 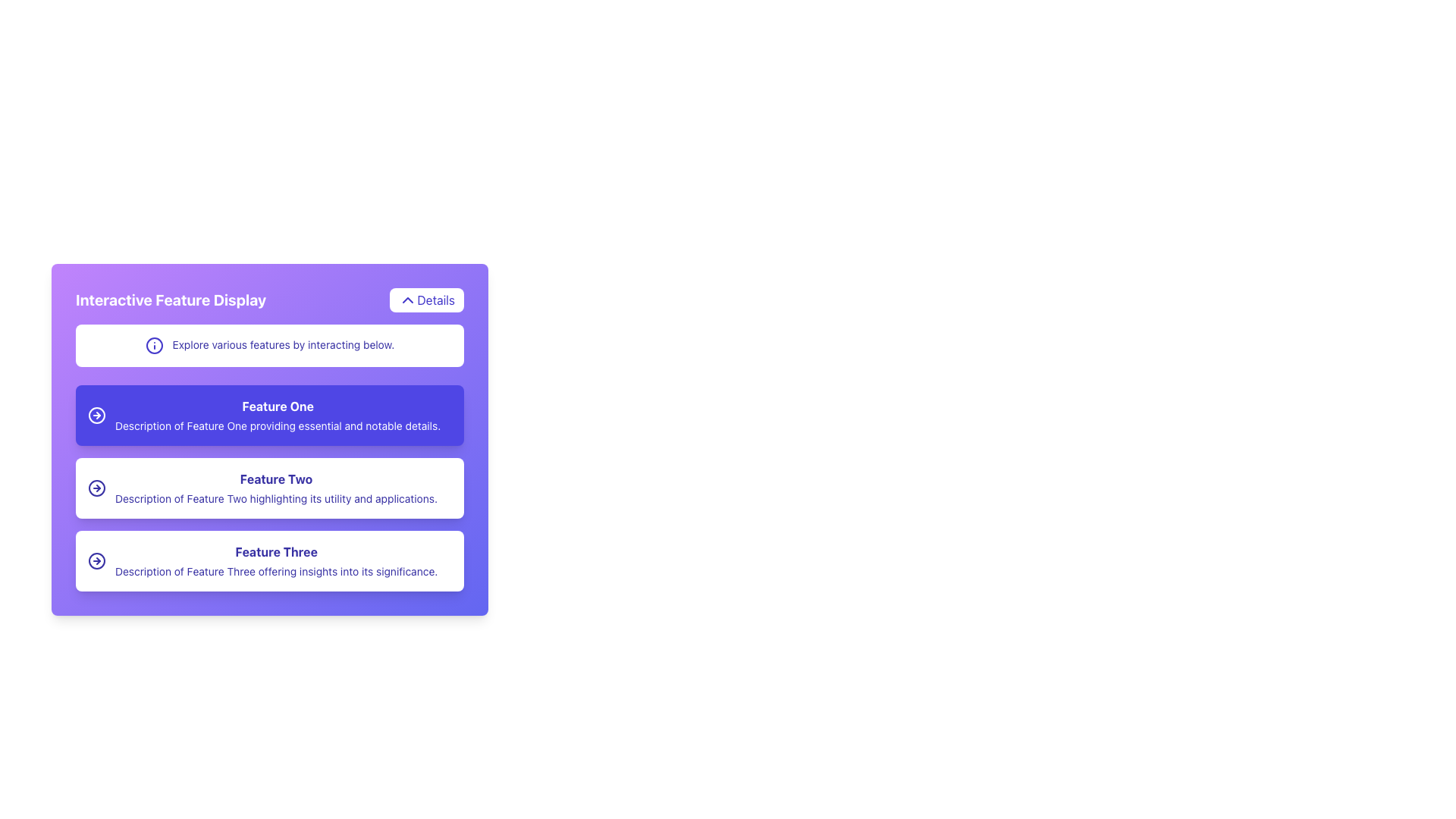 I want to click on the SVG Circle that visually emphasizes the 'Feature One' section, which is part of a button aligned to the left of the 'Feature One' text, so click(x=96, y=415).